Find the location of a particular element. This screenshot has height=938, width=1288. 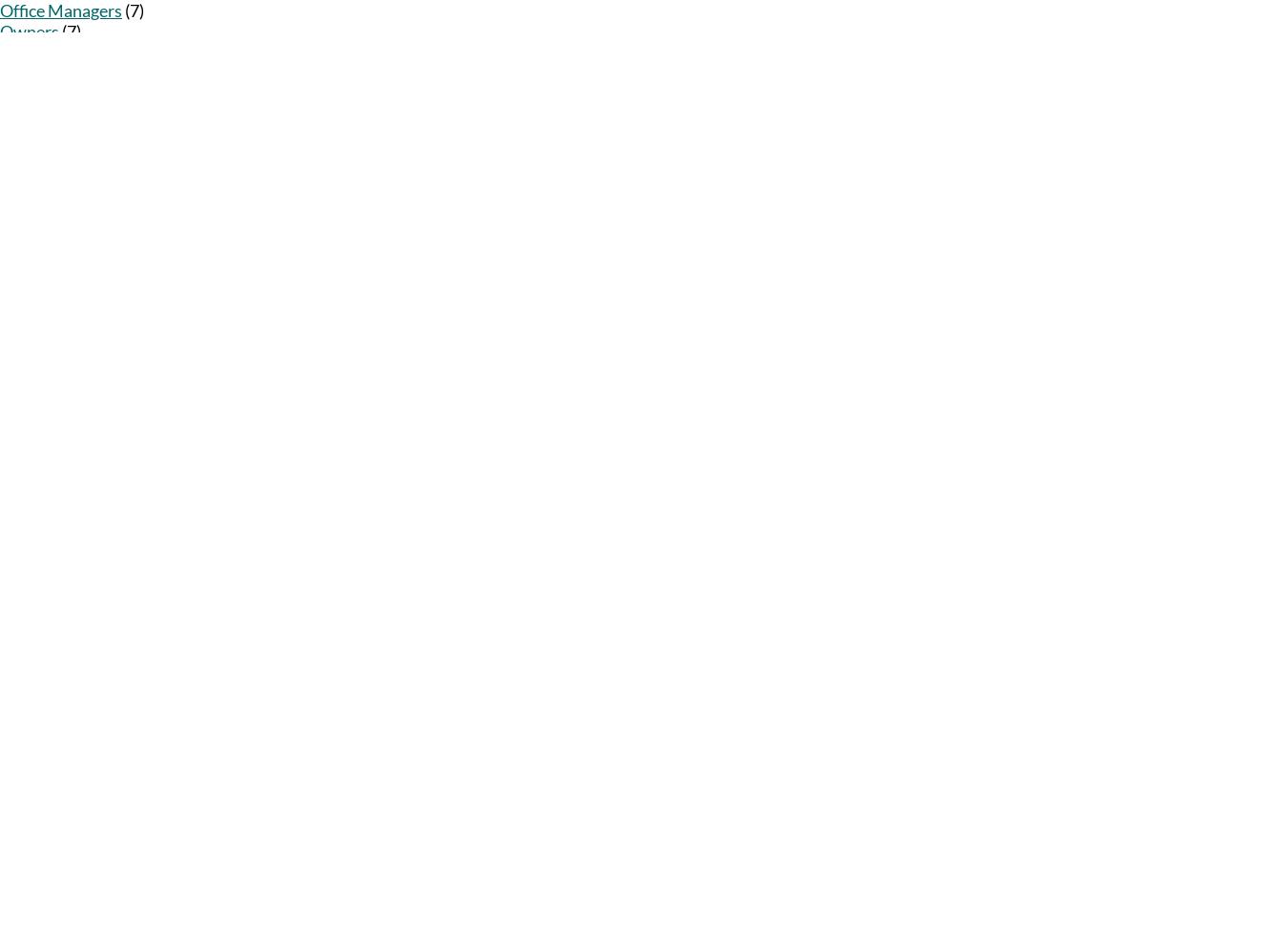

'About Us' is located at coordinates (25, 287).